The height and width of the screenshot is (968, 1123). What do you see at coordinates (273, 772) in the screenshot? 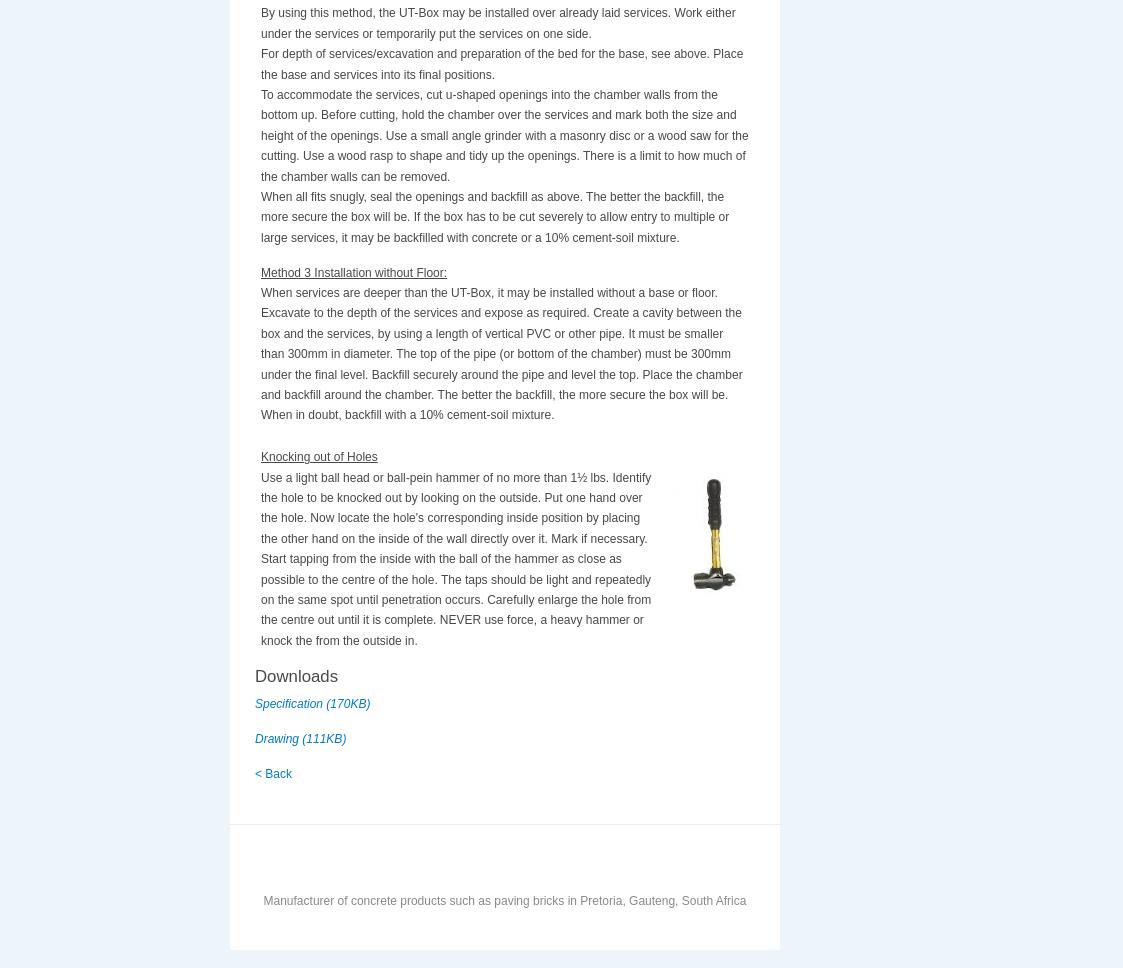
I see `'< Back'` at bounding box center [273, 772].